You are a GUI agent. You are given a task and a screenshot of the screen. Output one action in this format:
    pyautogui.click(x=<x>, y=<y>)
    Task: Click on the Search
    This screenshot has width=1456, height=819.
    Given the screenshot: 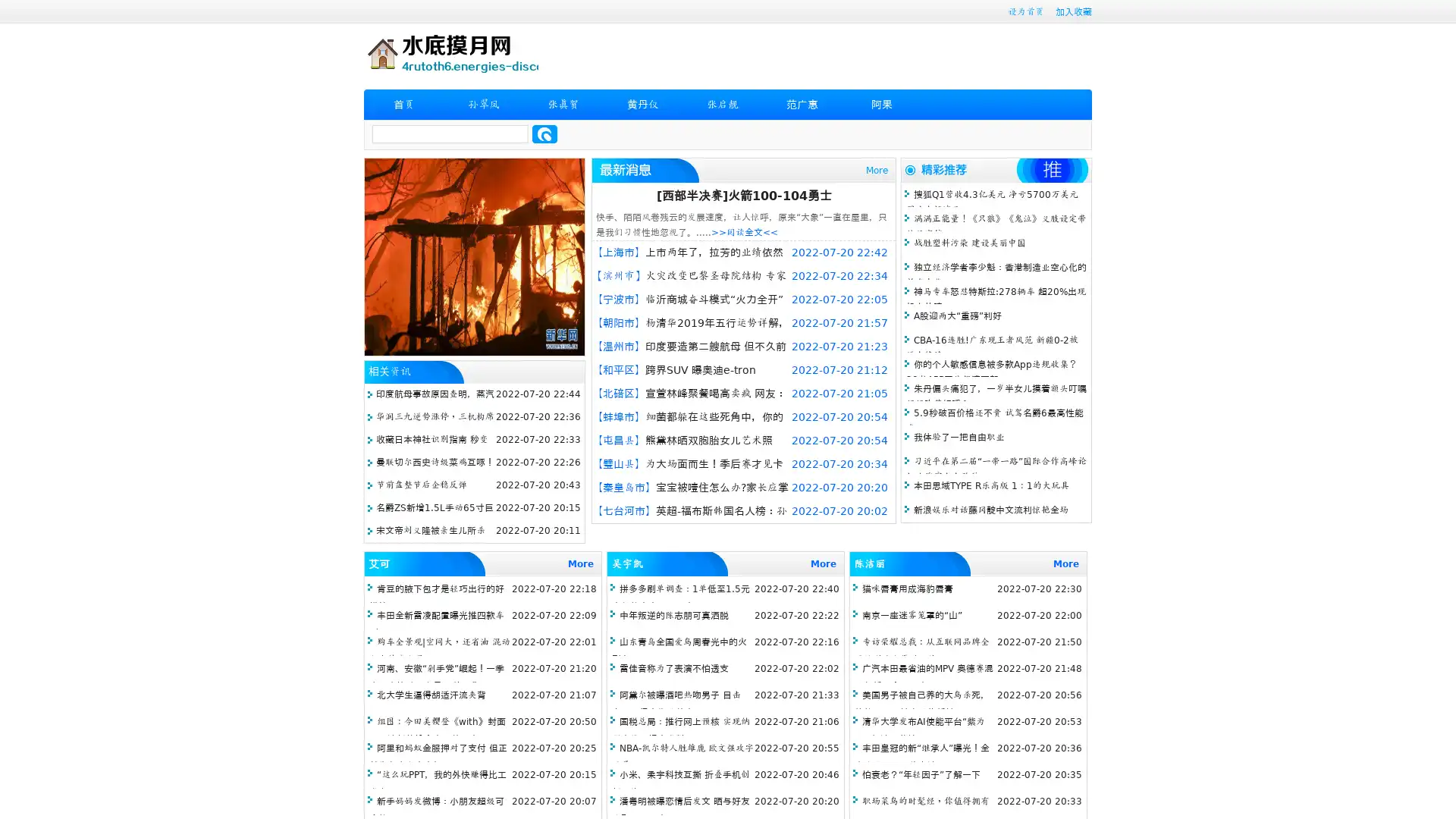 What is the action you would take?
    pyautogui.click(x=544, y=133)
    